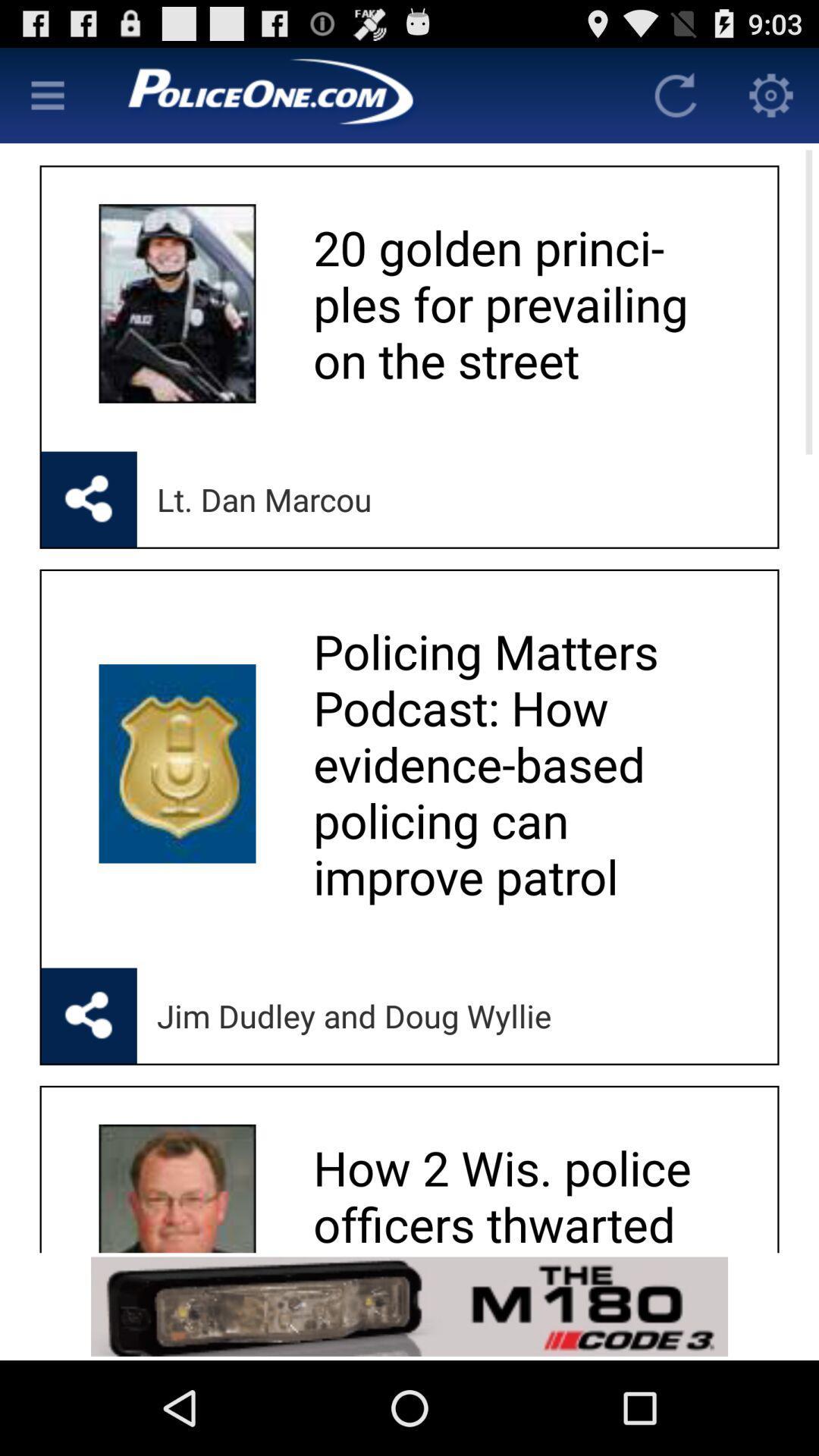 The height and width of the screenshot is (1456, 819). I want to click on advertisement in new app, so click(409, 1306).